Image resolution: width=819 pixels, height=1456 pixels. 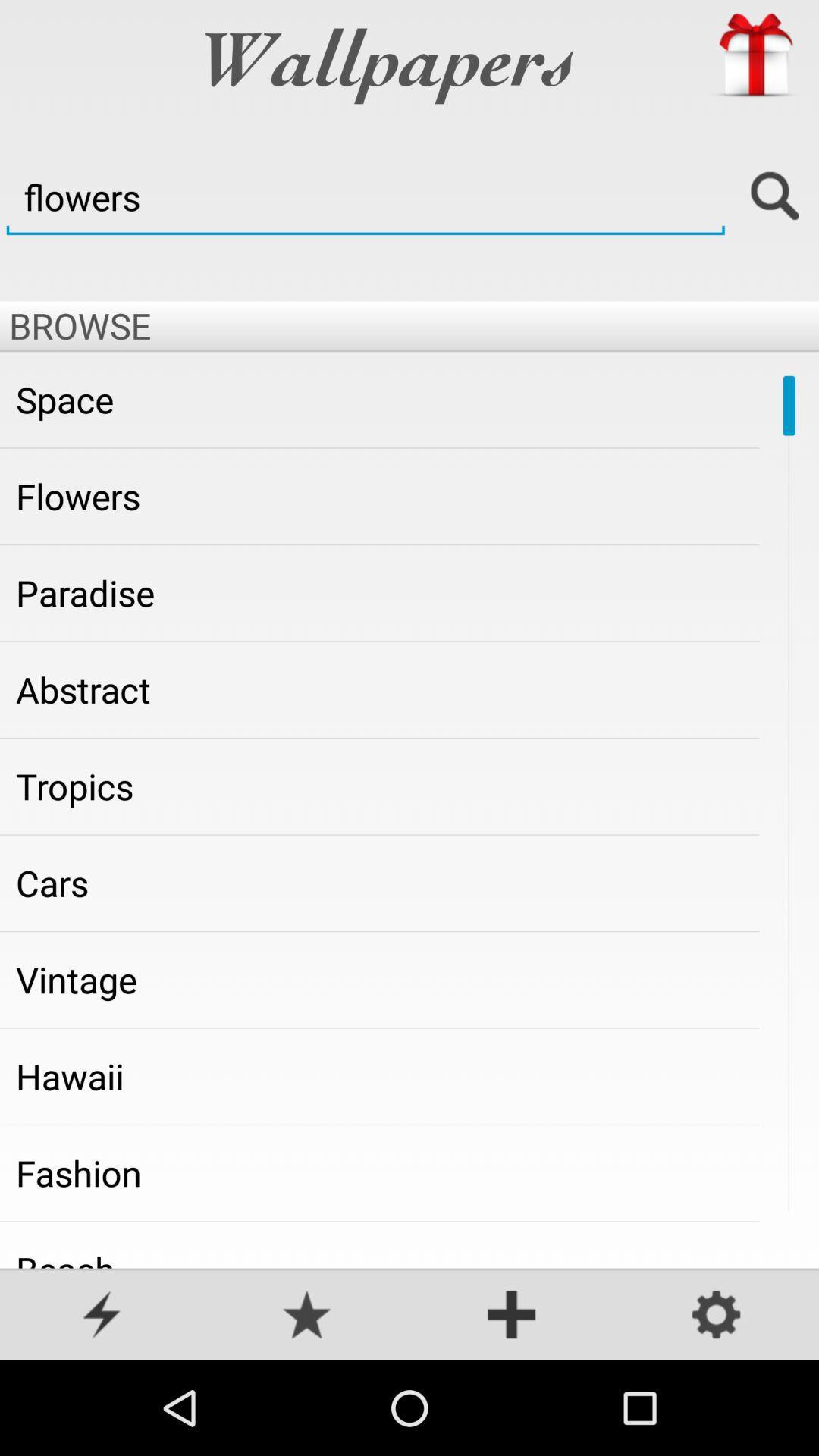 I want to click on search for wallpapers, so click(x=775, y=196).